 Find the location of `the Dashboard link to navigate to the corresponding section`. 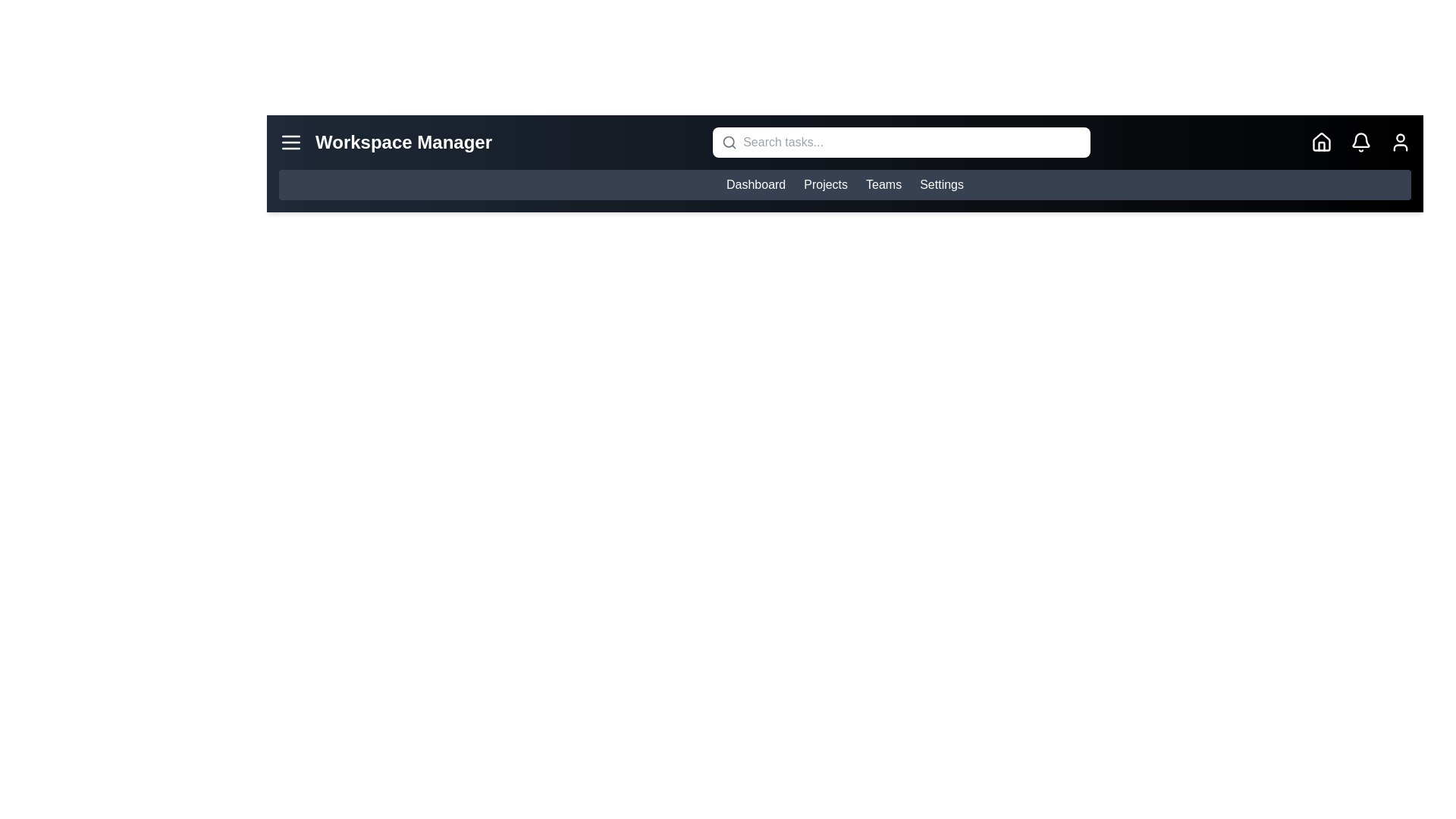

the Dashboard link to navigate to the corresponding section is located at coordinates (756, 184).